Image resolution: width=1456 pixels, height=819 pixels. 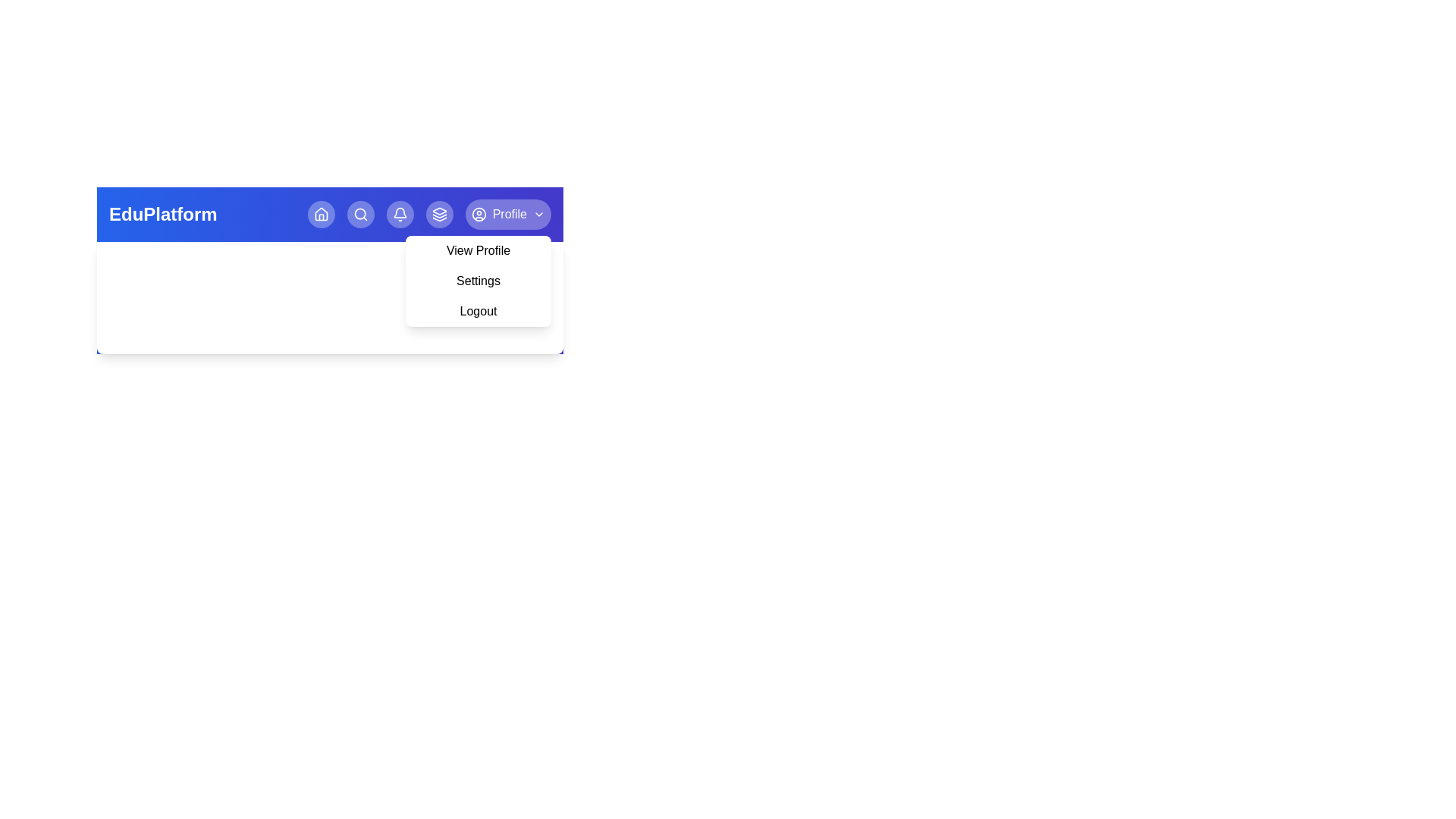 What do you see at coordinates (477, 311) in the screenshot?
I see `the Logout from the profile menu` at bounding box center [477, 311].